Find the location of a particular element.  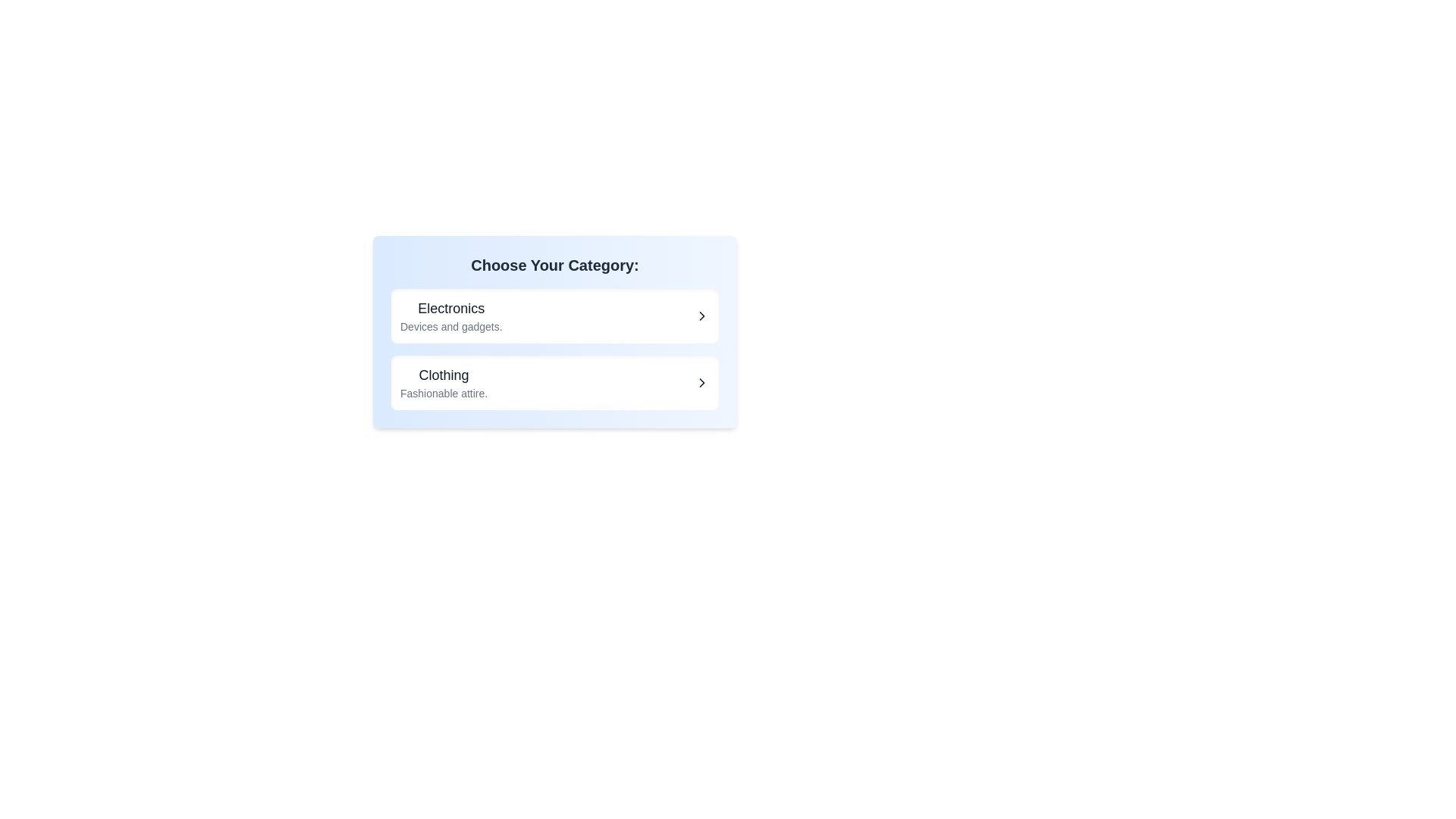

the rightward-pointing chevron icon located to the right of the 'Electronics' text block is located at coordinates (701, 315).